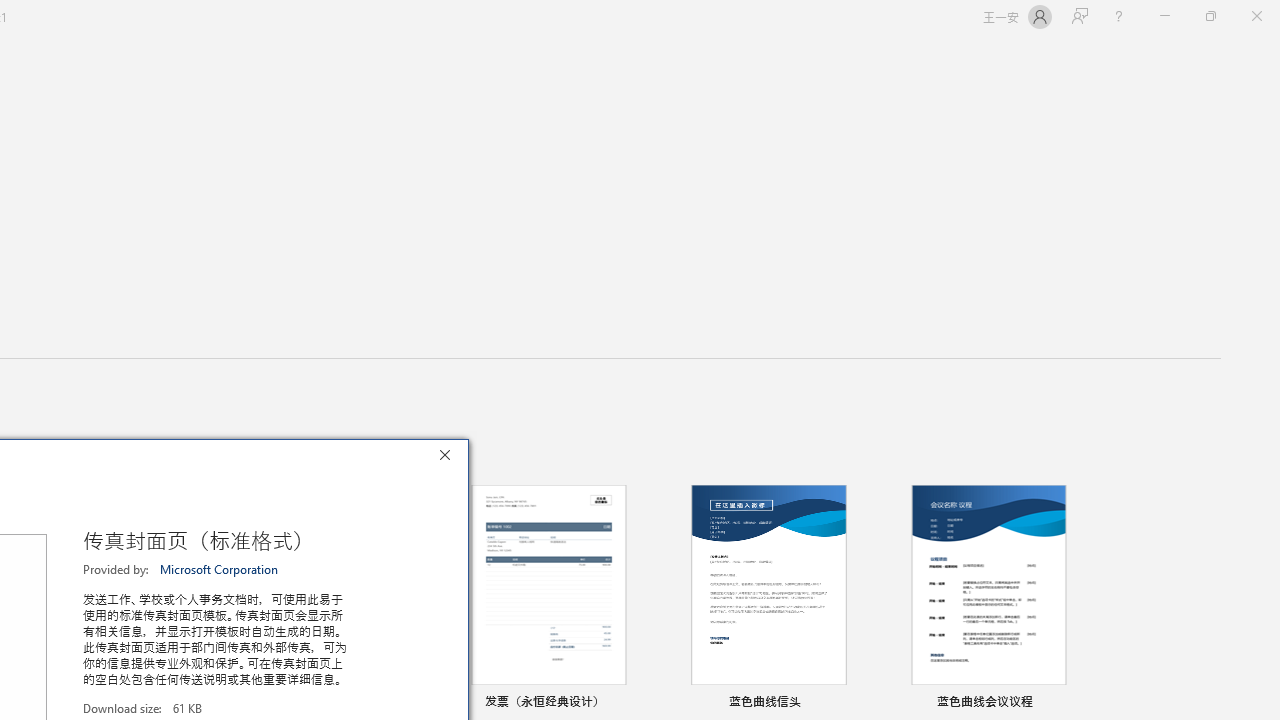 The width and height of the screenshot is (1280, 720). Describe the element at coordinates (220, 569) in the screenshot. I see `'Microsoft Corporation'` at that location.